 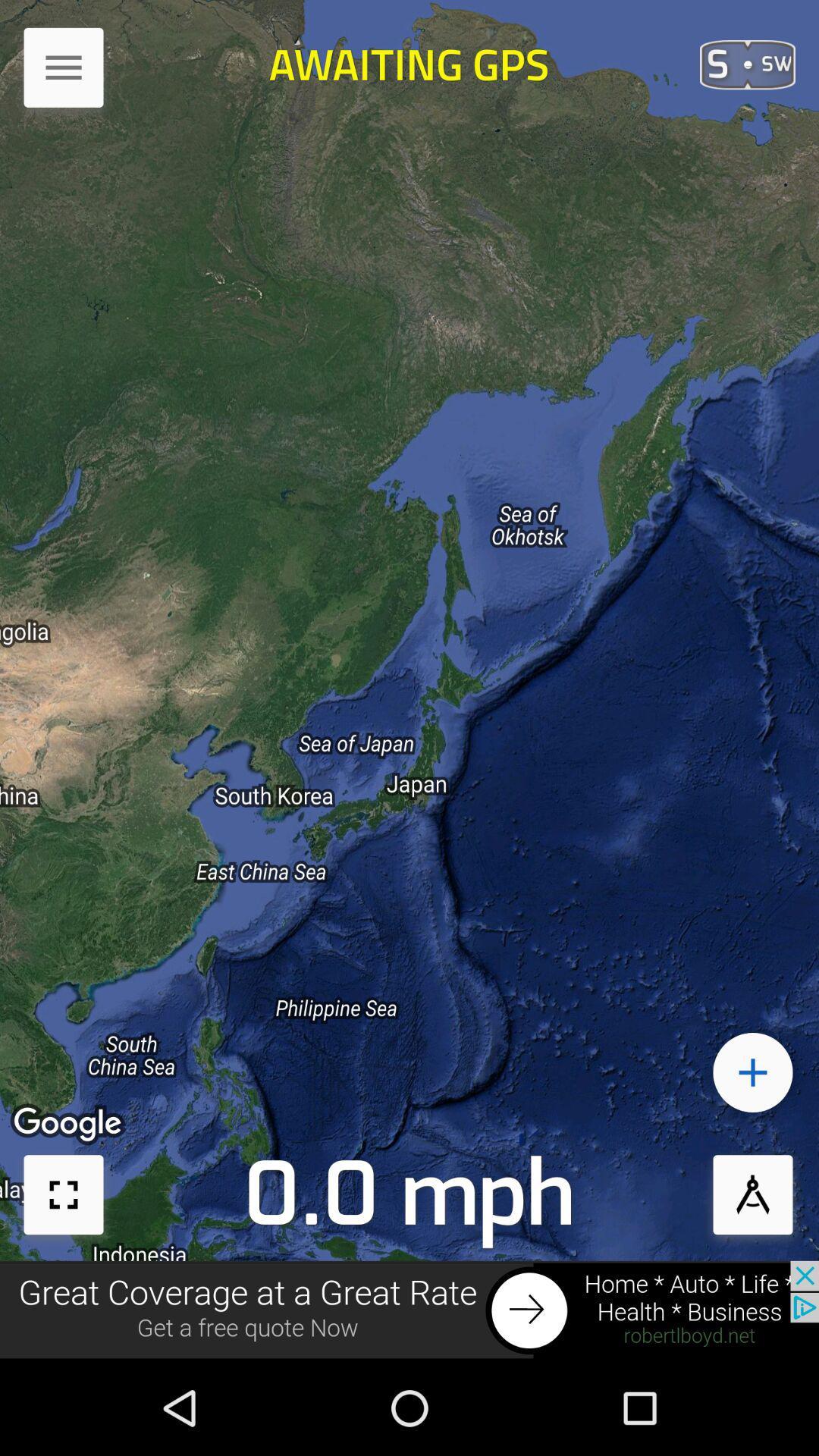 I want to click on the add icon, so click(x=752, y=1072).